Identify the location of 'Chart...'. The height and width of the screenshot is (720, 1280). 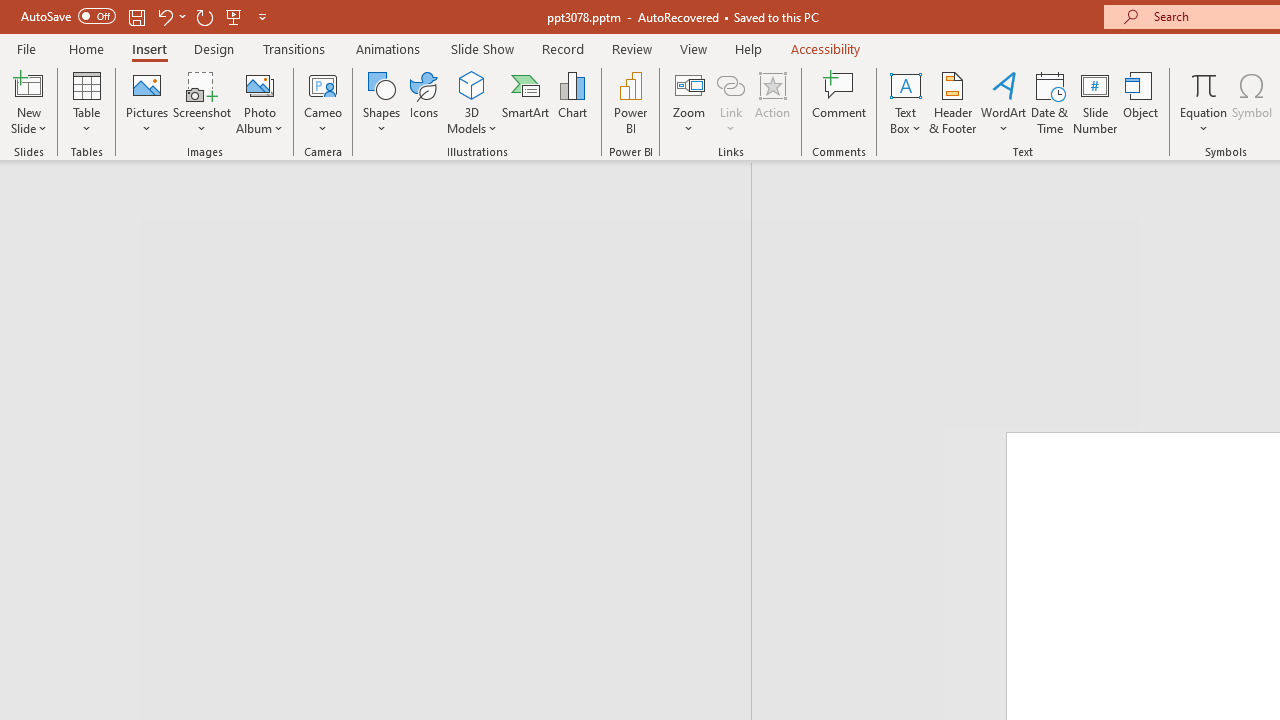
(571, 103).